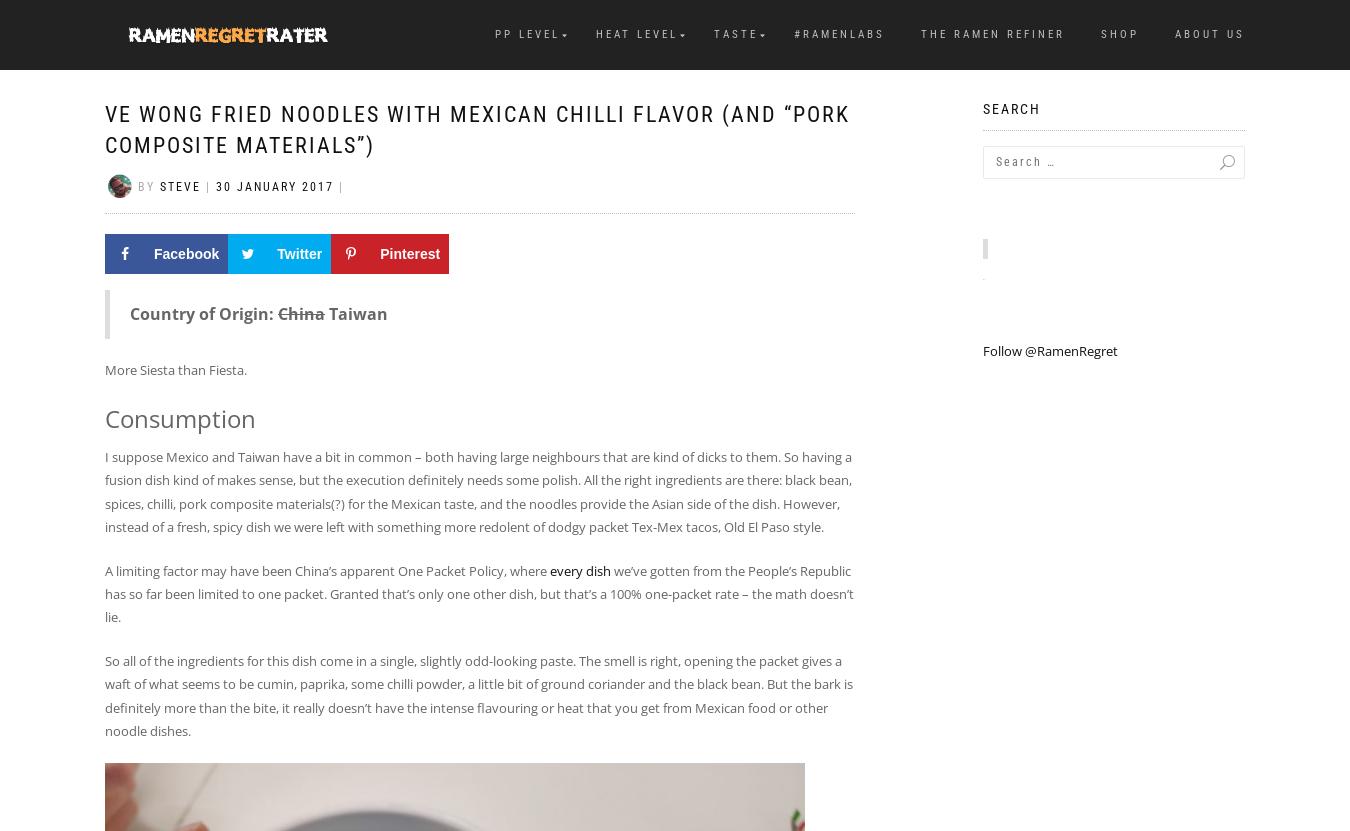  I want to click on 'Ve Wong Fried Noodles with Mexican Chilli Flavor (And “Pork Composite Materials”)', so click(476, 129).